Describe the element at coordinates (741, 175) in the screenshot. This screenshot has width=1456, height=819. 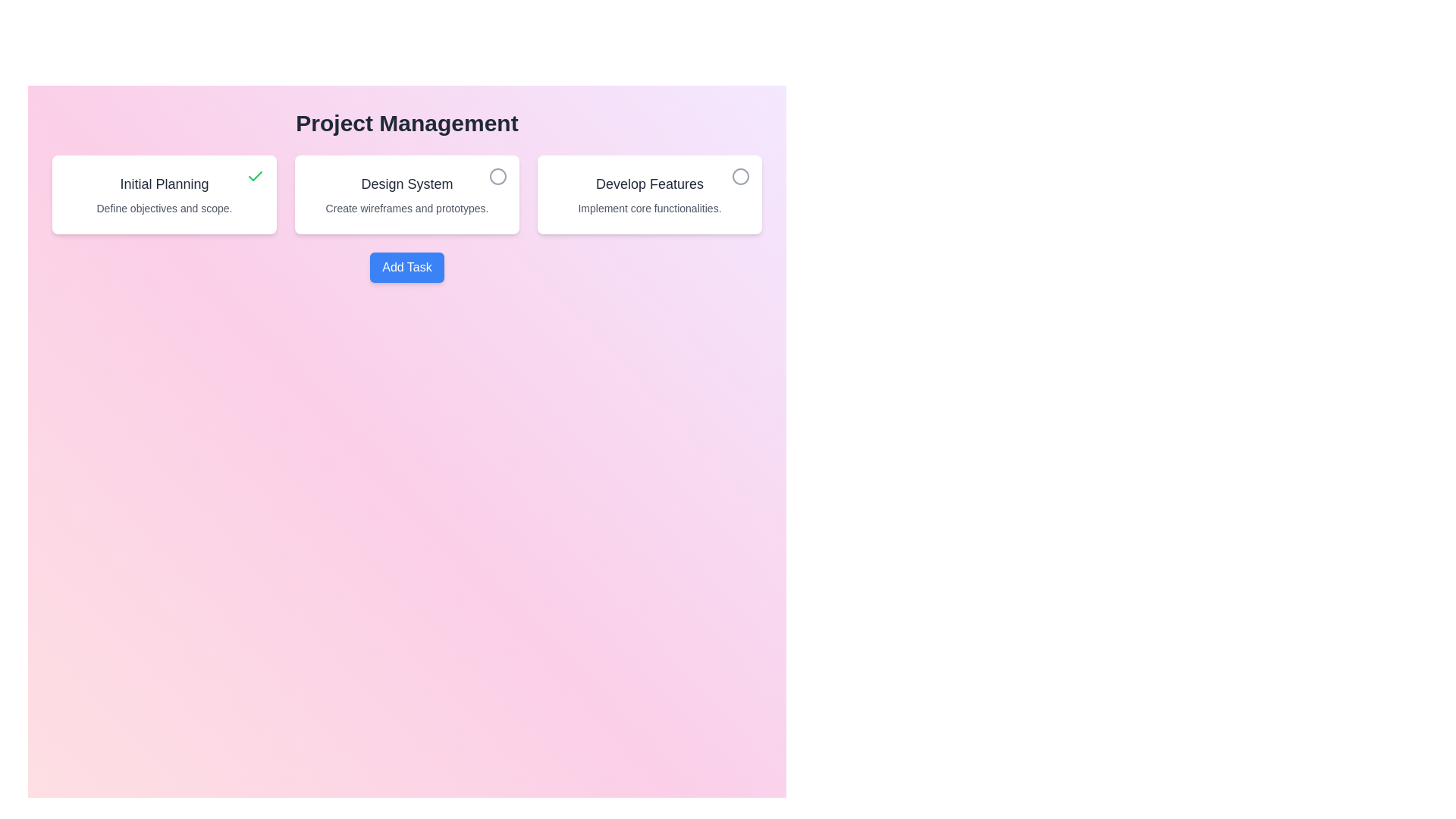
I see `the task identified by its title Develop Features` at that location.